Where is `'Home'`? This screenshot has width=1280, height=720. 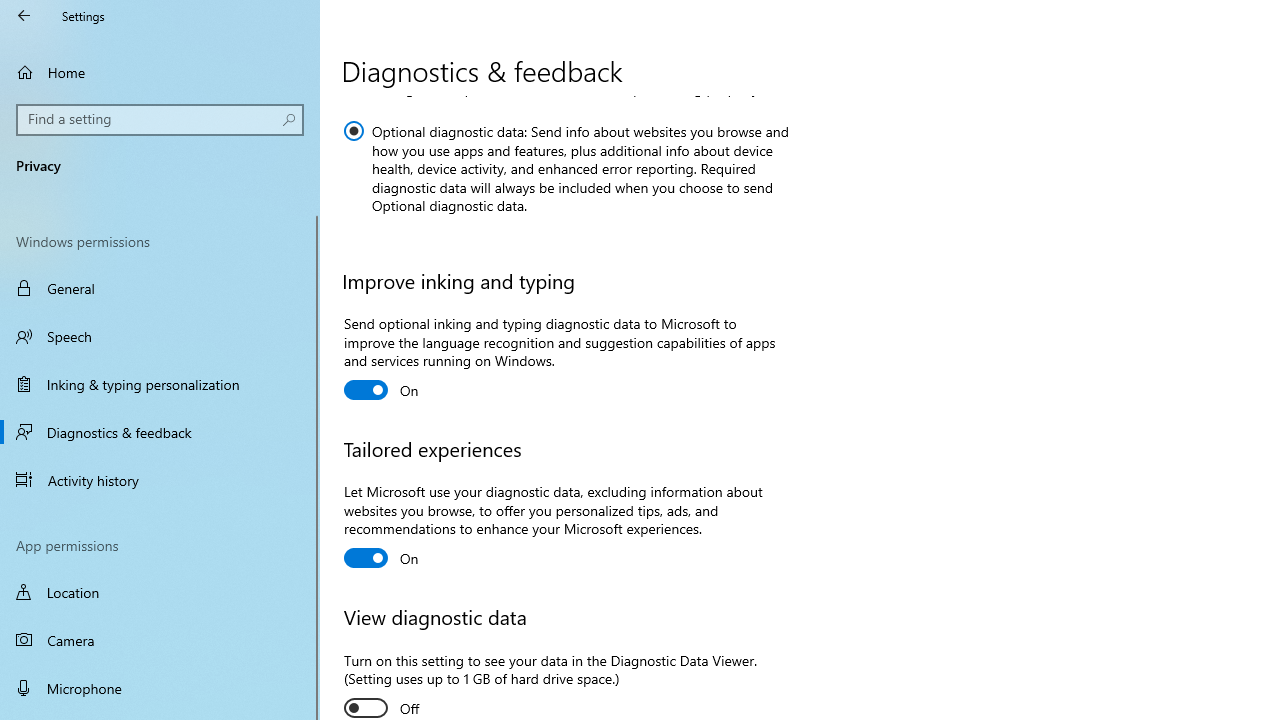 'Home' is located at coordinates (160, 71).